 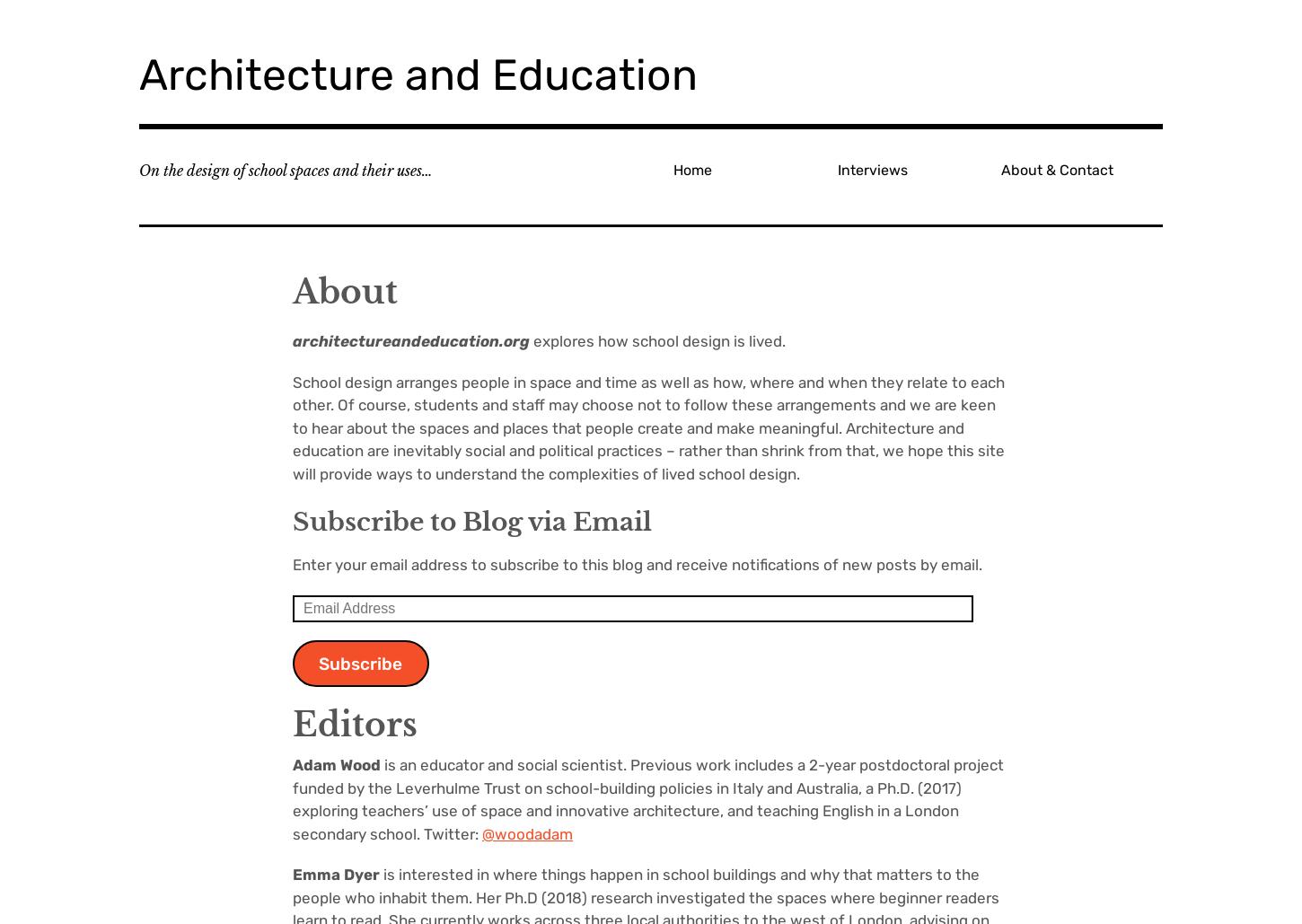 What do you see at coordinates (292, 764) in the screenshot?
I see `'Adam Wood'` at bounding box center [292, 764].